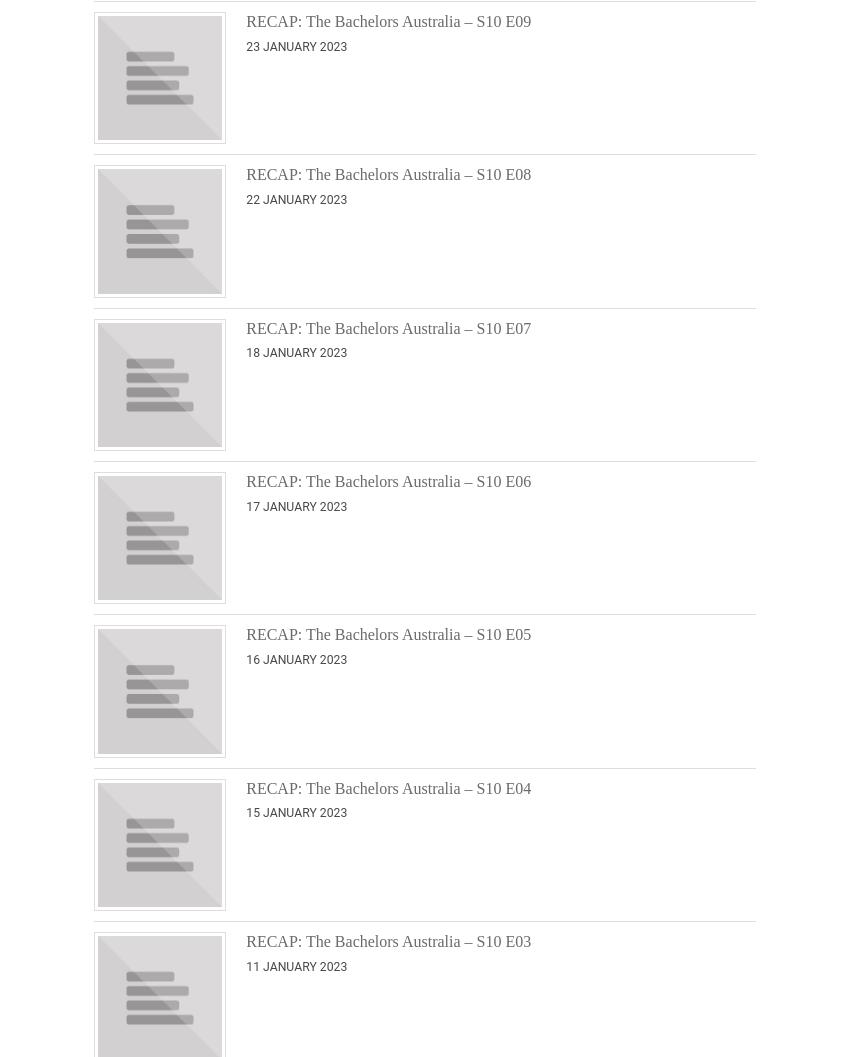 The height and width of the screenshot is (1057, 850). What do you see at coordinates (295, 659) in the screenshot?
I see `'16 January 2023'` at bounding box center [295, 659].